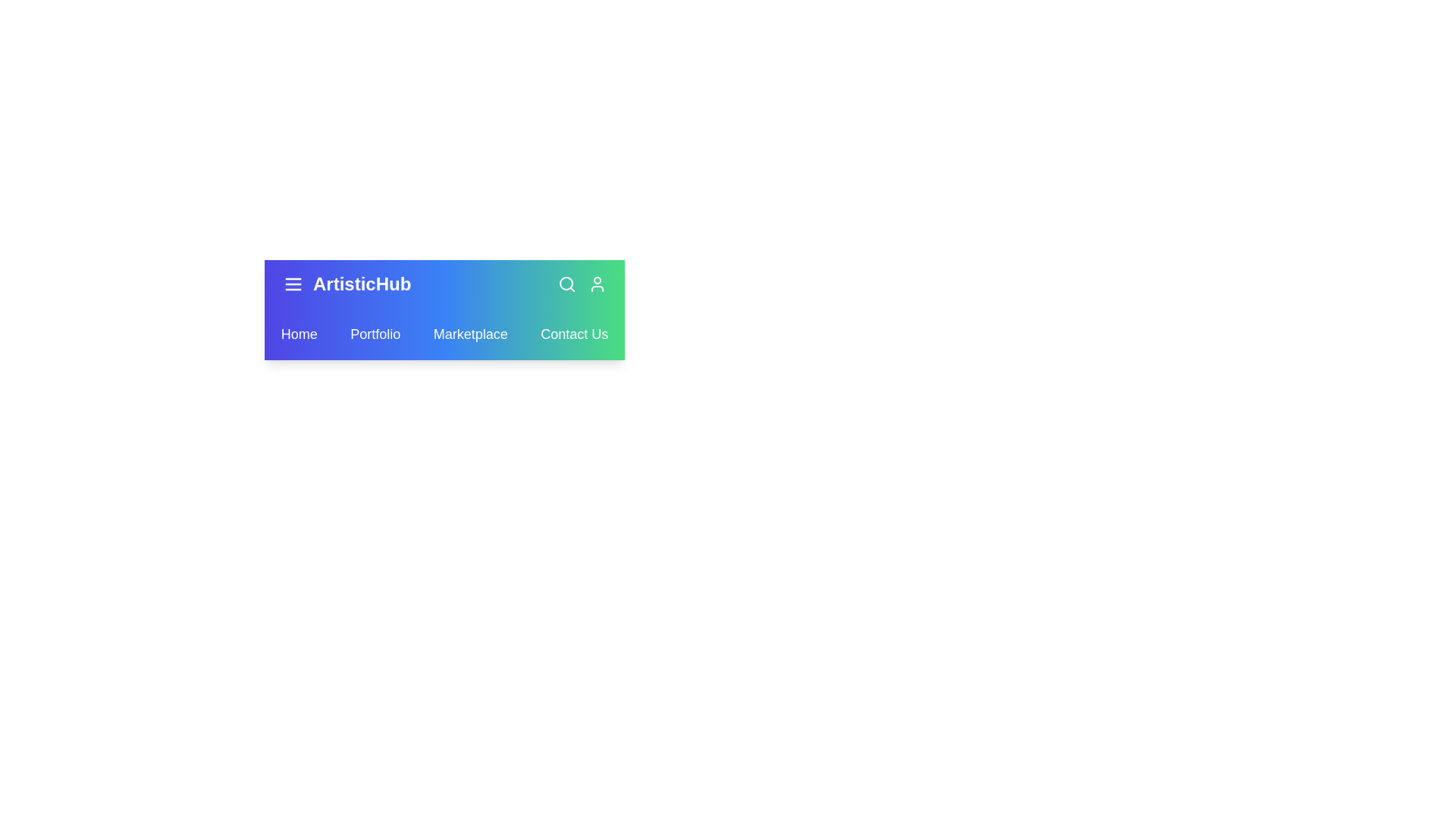  I want to click on the Contact Us link in the navbar, so click(573, 333).